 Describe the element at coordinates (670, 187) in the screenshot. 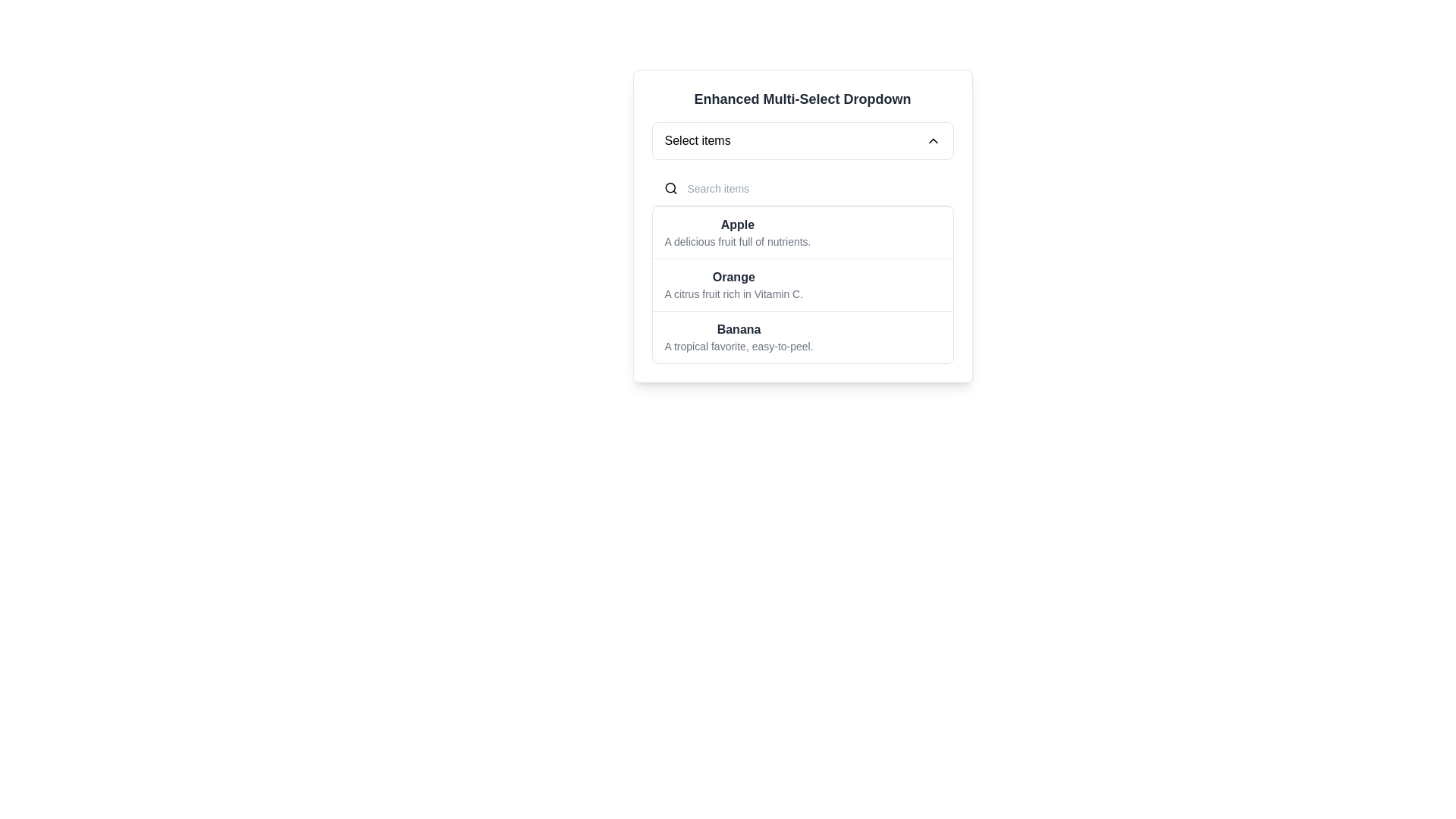

I see `the circular part of the magnifying glass icon located within the dropdown list UI near the 'Search items' input field` at that location.